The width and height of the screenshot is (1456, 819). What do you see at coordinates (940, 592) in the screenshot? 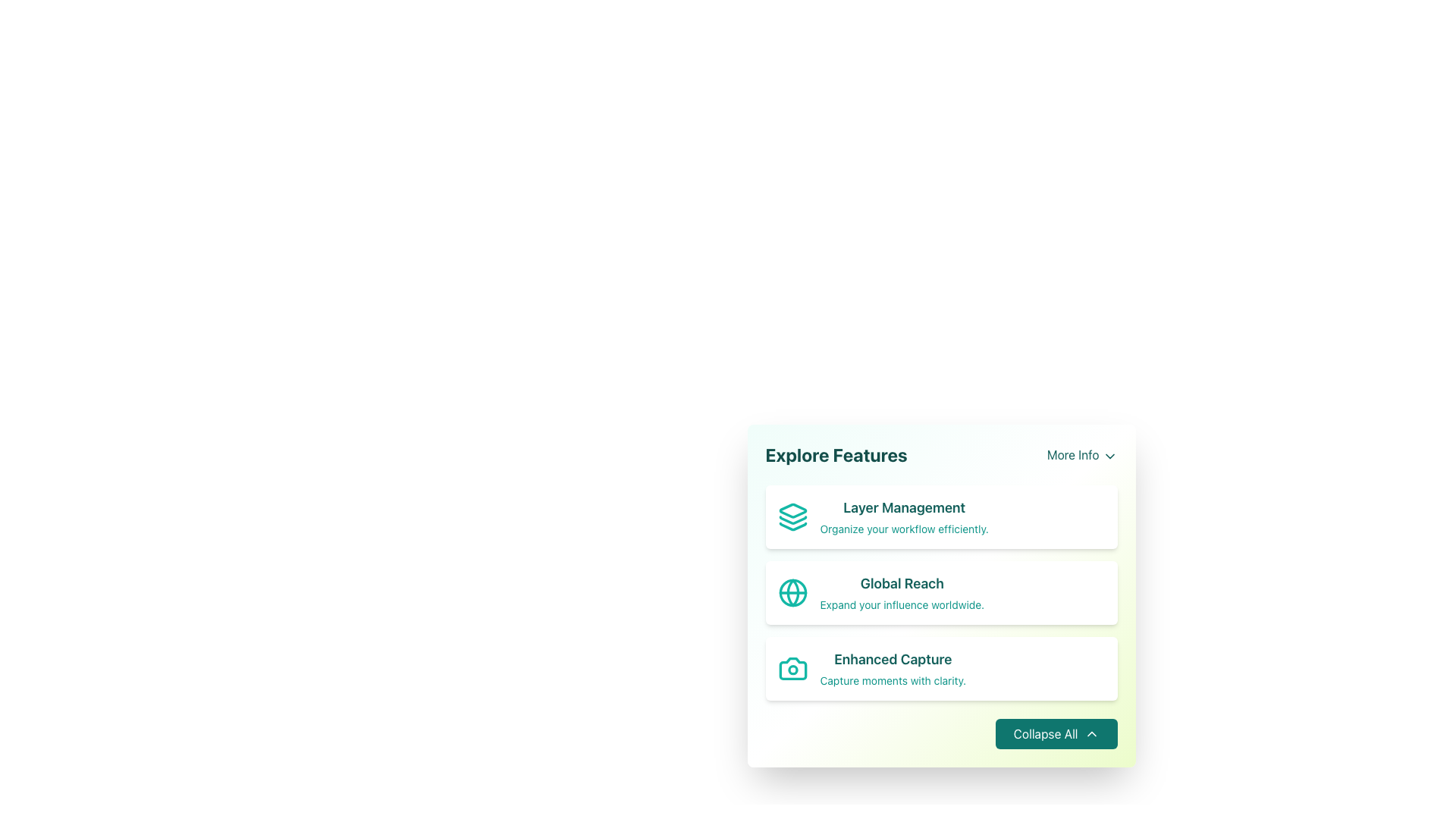
I see `information presented in the 'Global Reach' feature card, which is the second card in the list under 'Explore Features'` at bounding box center [940, 592].